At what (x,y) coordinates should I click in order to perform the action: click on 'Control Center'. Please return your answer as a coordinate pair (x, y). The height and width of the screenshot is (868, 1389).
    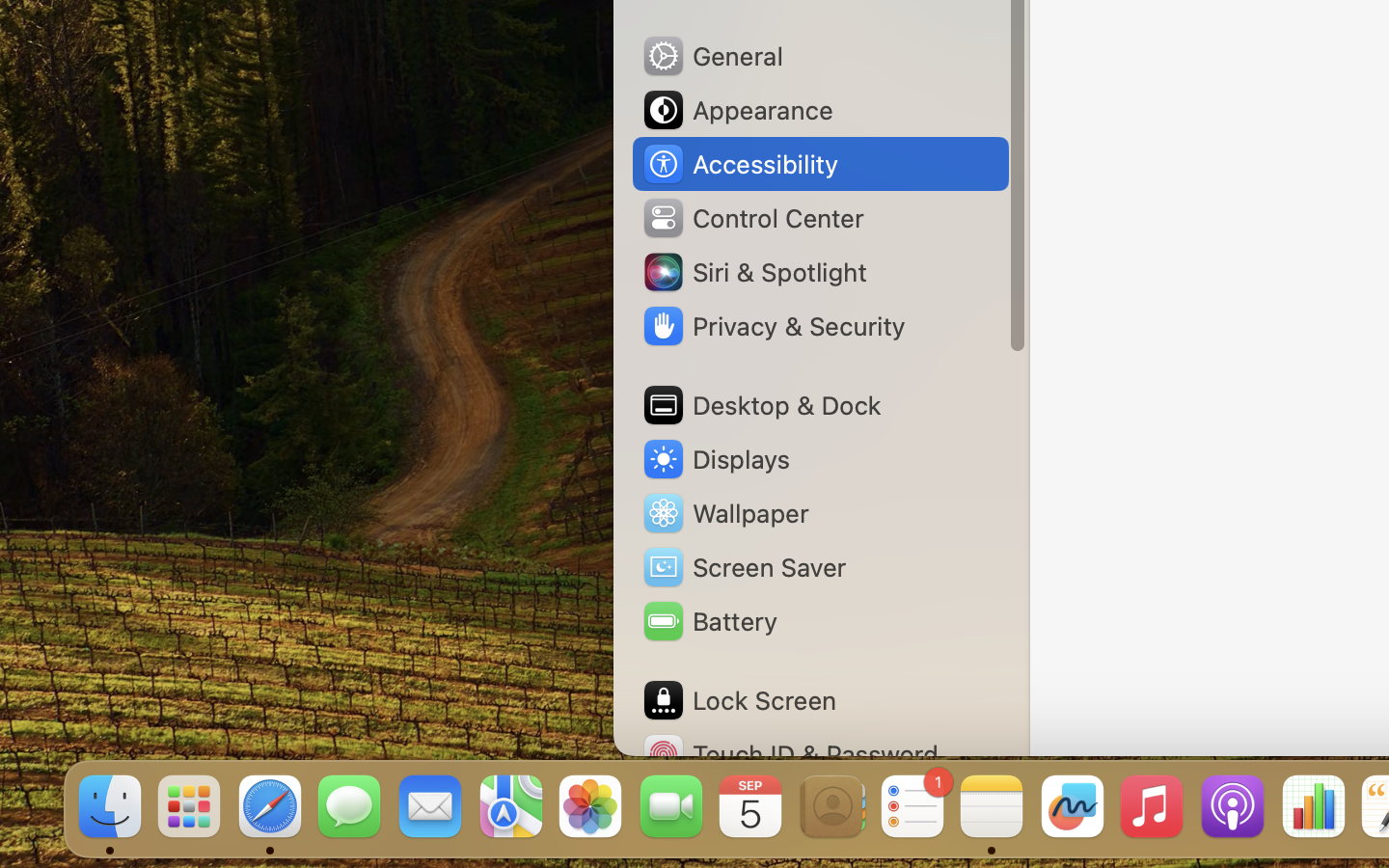
    Looking at the image, I should click on (751, 217).